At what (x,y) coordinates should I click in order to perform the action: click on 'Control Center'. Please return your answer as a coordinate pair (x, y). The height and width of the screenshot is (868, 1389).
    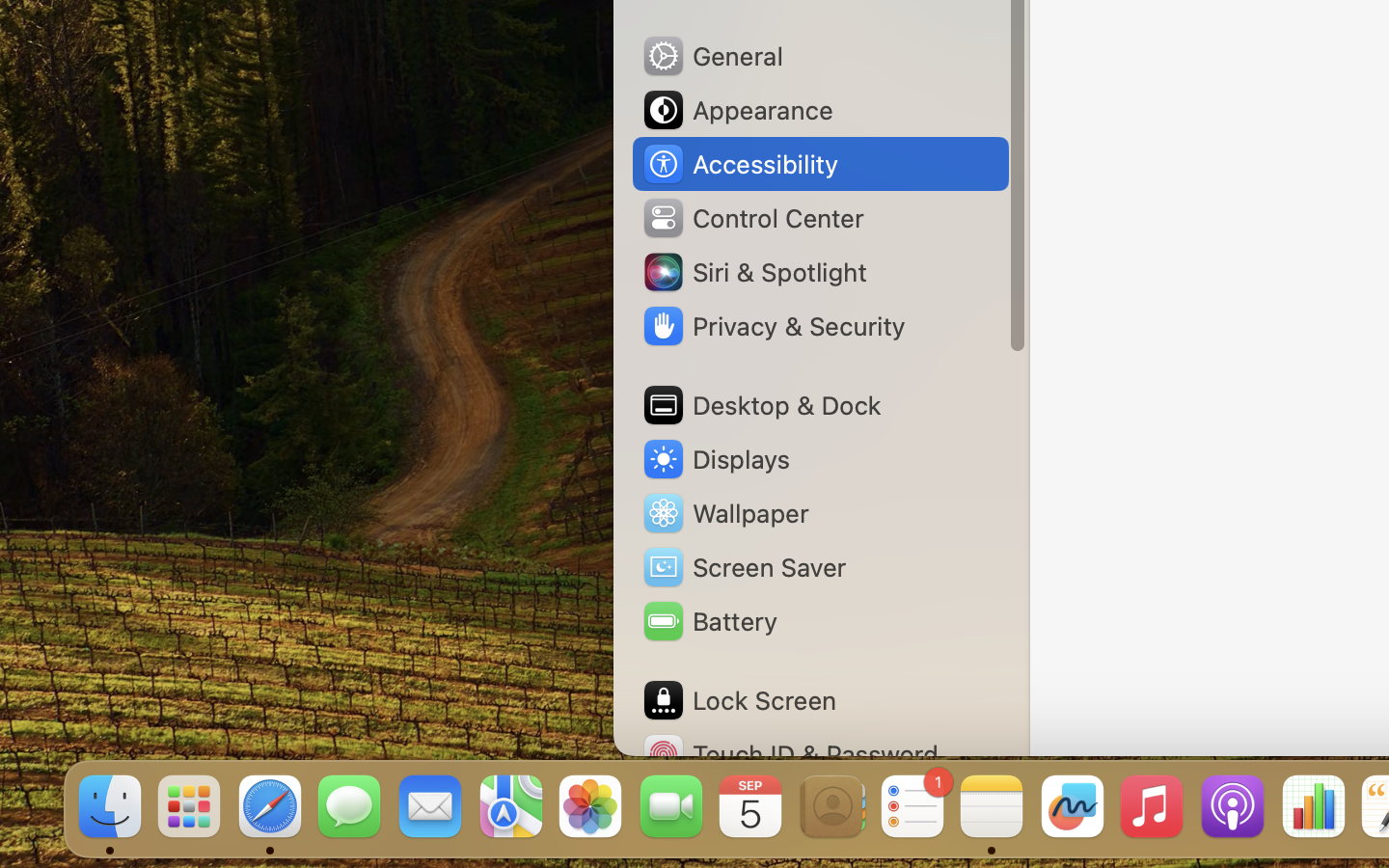
    Looking at the image, I should click on (751, 217).